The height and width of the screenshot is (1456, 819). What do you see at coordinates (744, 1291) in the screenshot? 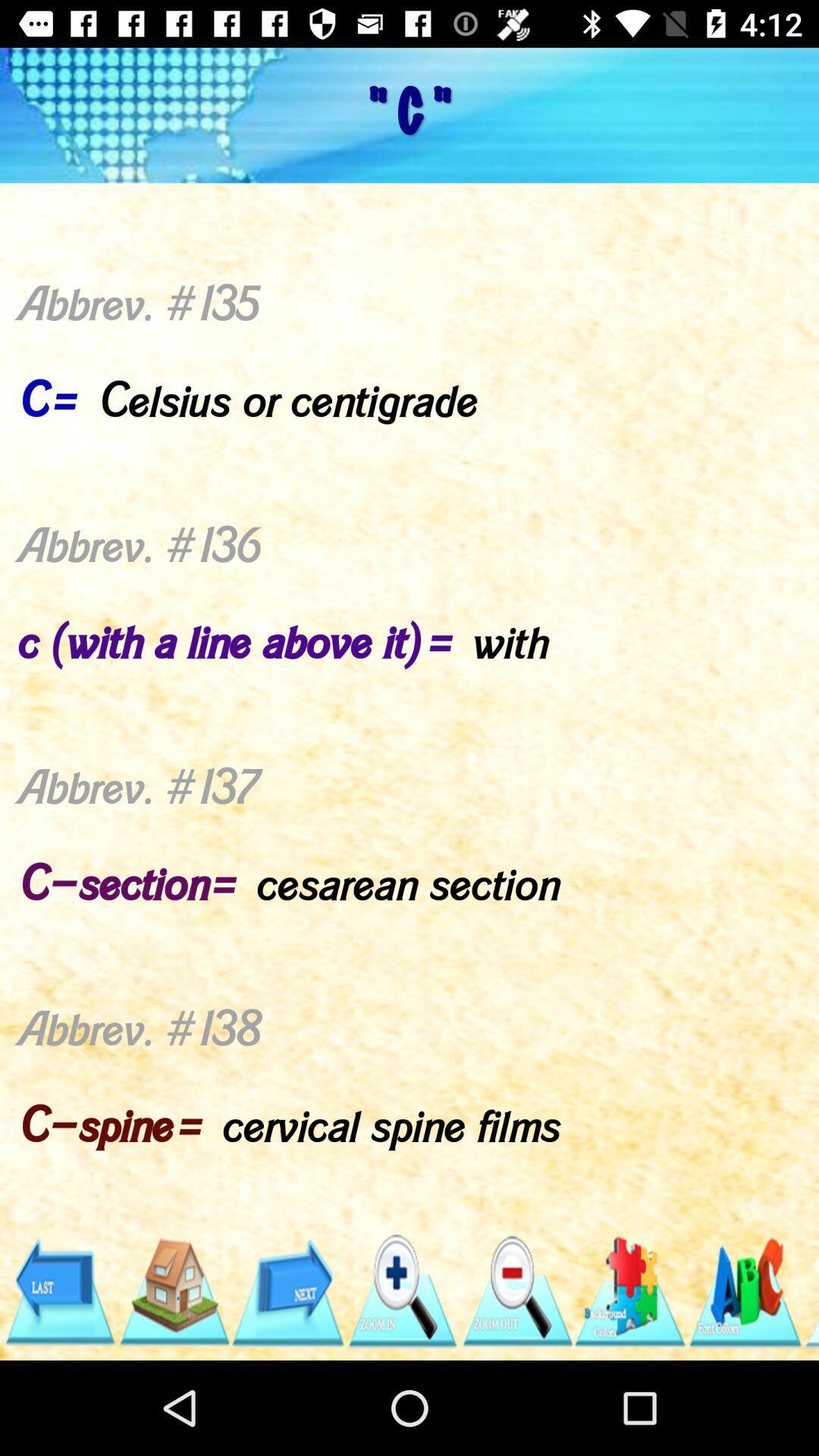
I see `icon below abbrev 	135	 	c	 item` at bounding box center [744, 1291].